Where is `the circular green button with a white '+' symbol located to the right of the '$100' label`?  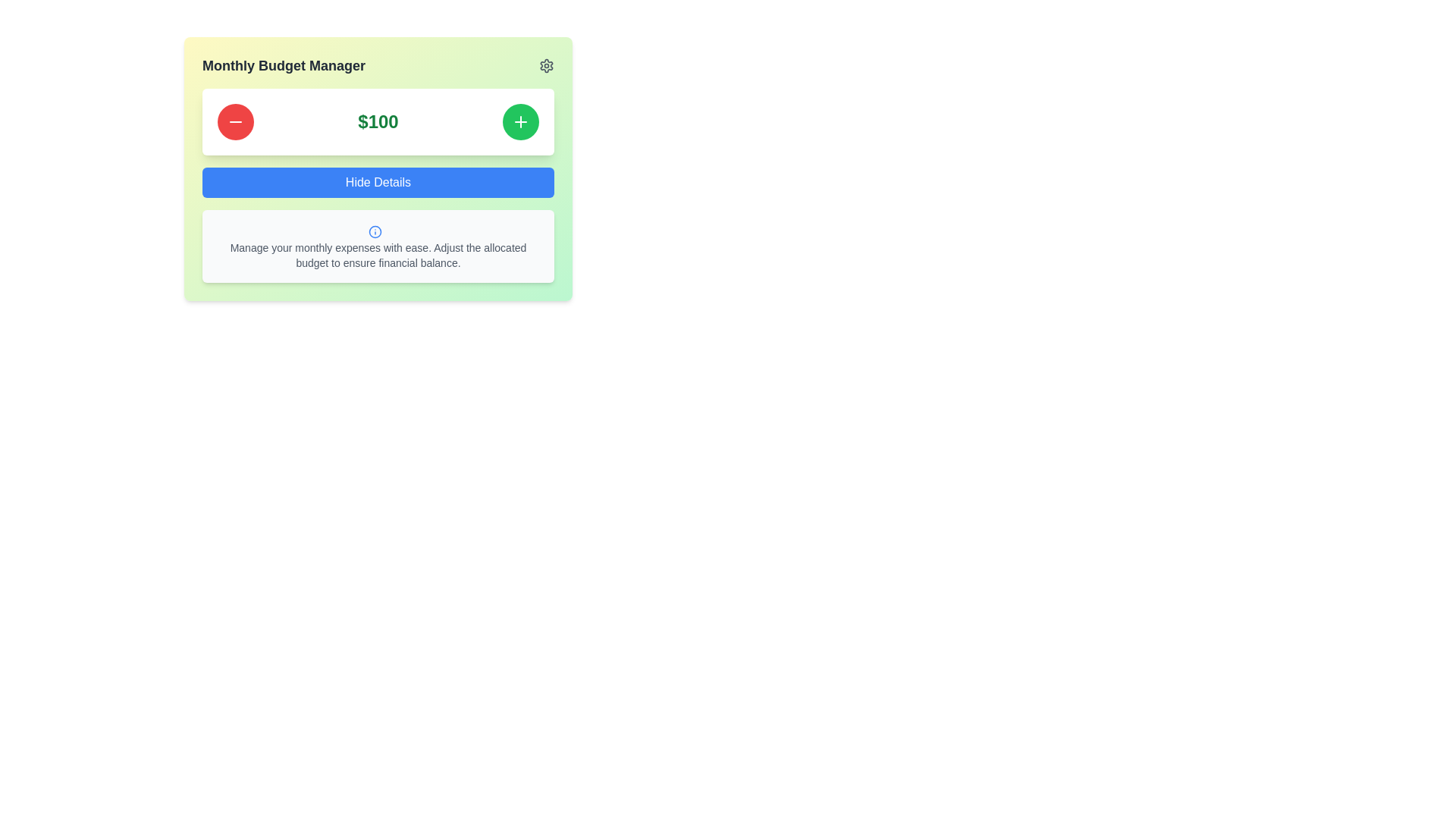 the circular green button with a white '+' symbol located to the right of the '$100' label is located at coordinates (520, 121).